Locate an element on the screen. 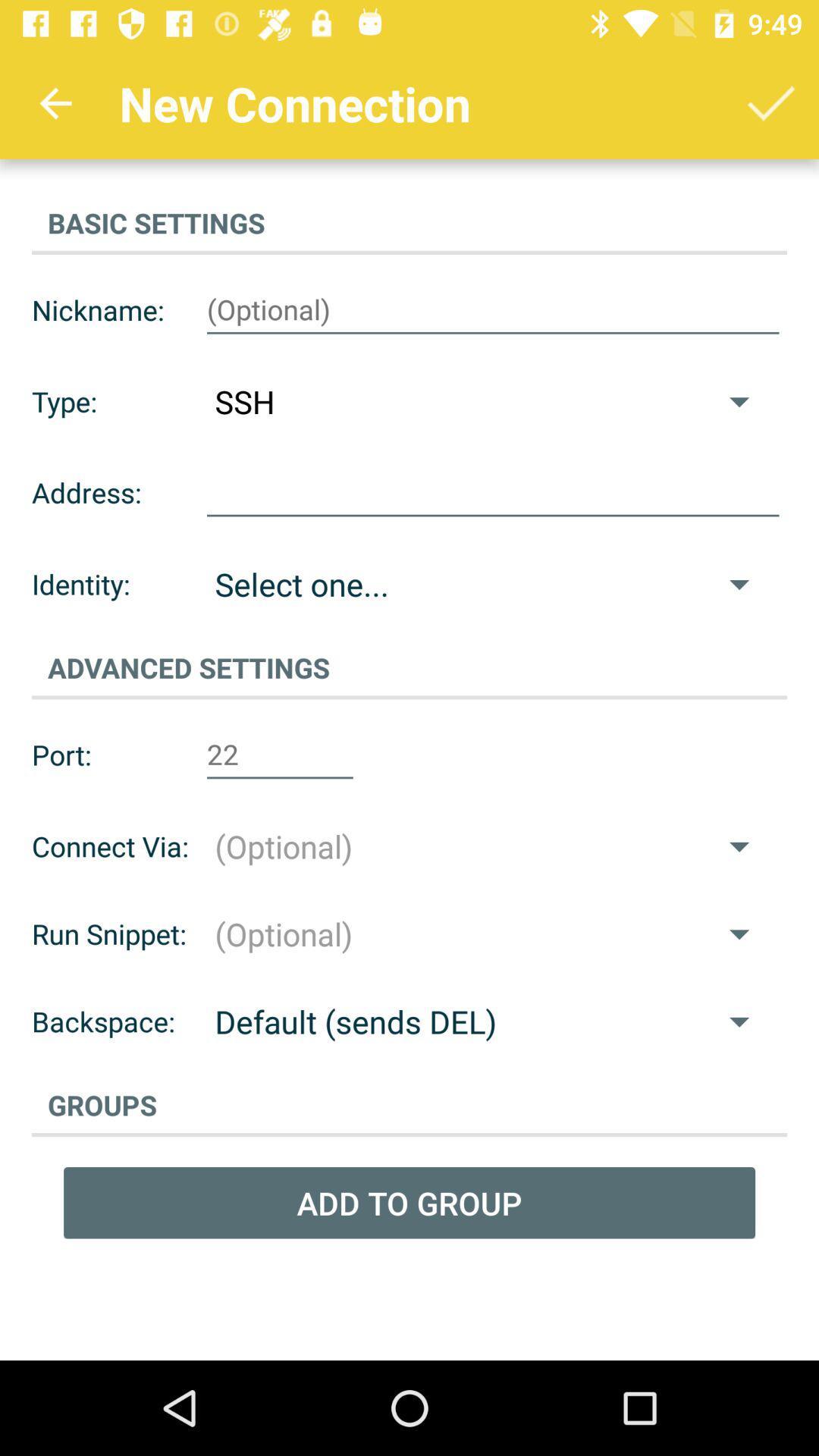 This screenshot has width=819, height=1456. type in box is located at coordinates (493, 309).